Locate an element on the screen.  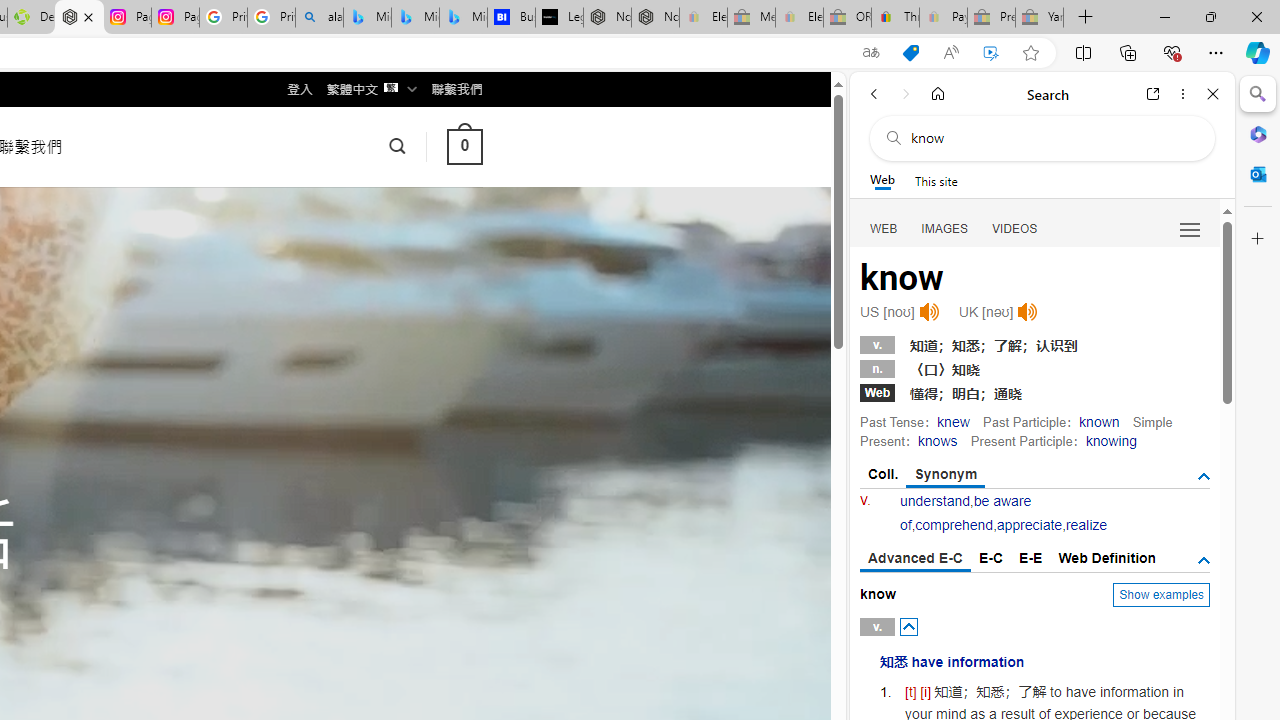
'Advanced E-C' is located at coordinates (914, 559).